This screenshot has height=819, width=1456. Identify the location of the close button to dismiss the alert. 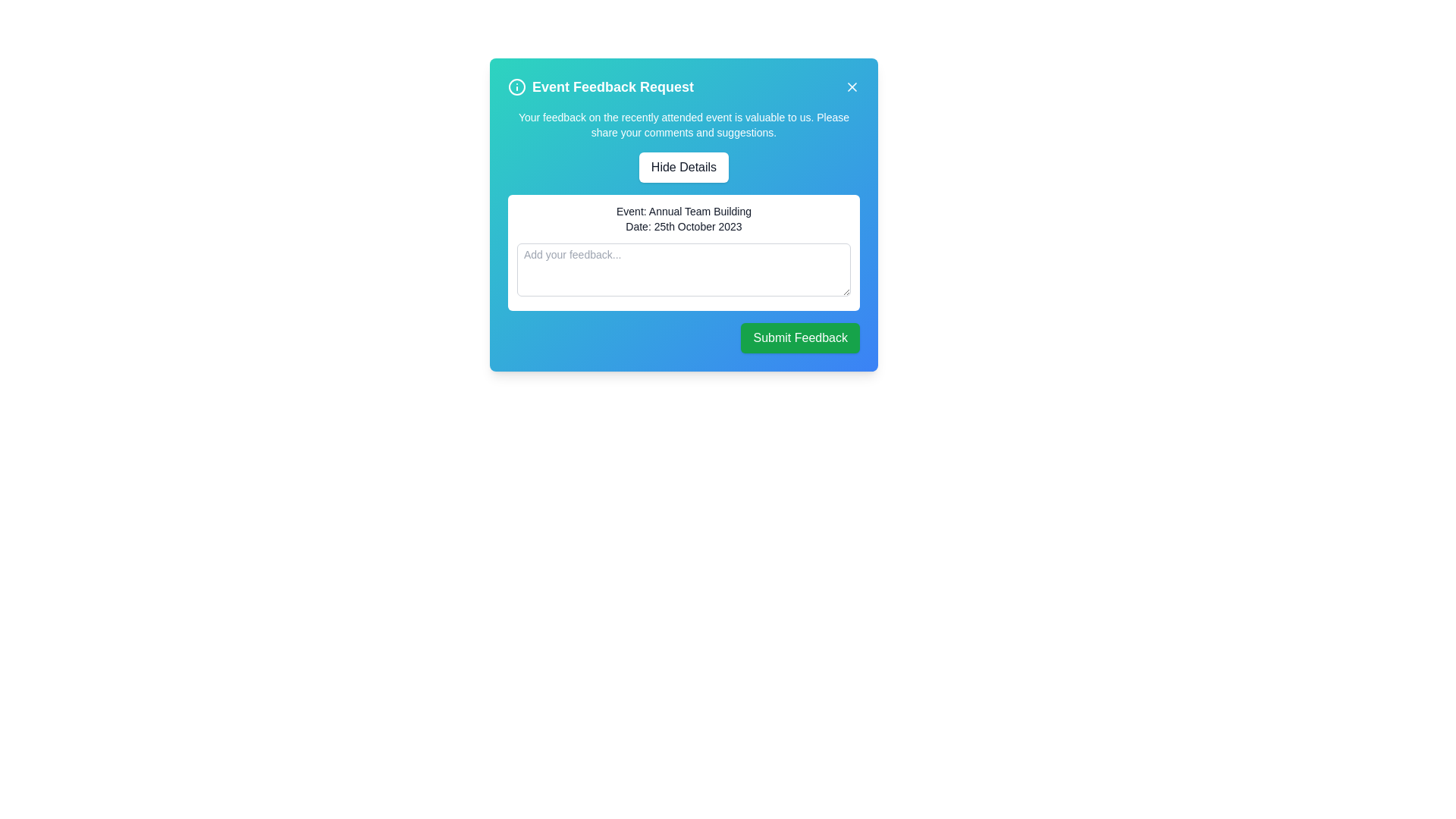
(852, 87).